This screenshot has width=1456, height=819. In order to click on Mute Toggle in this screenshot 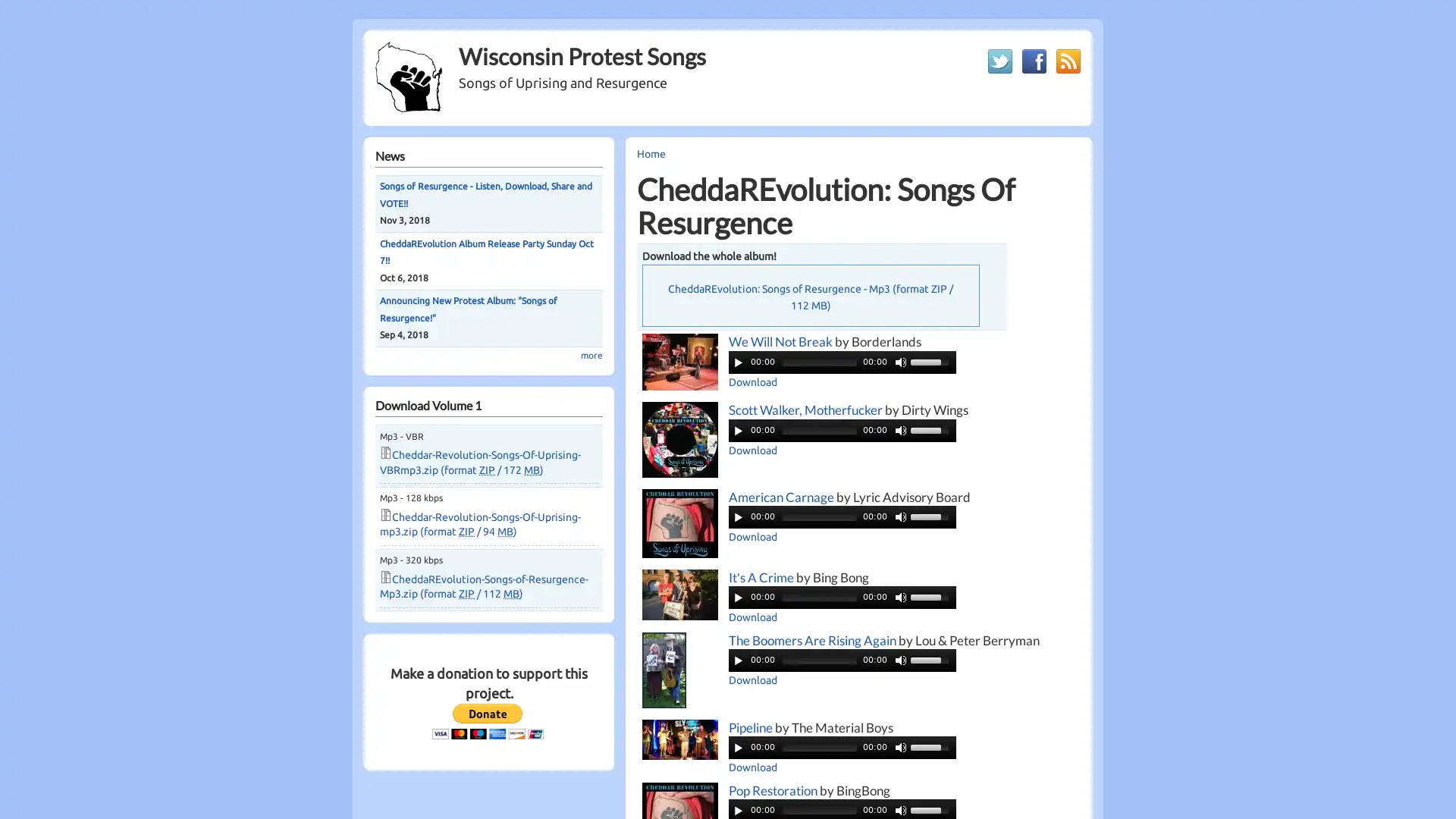, I will do `click(901, 516)`.